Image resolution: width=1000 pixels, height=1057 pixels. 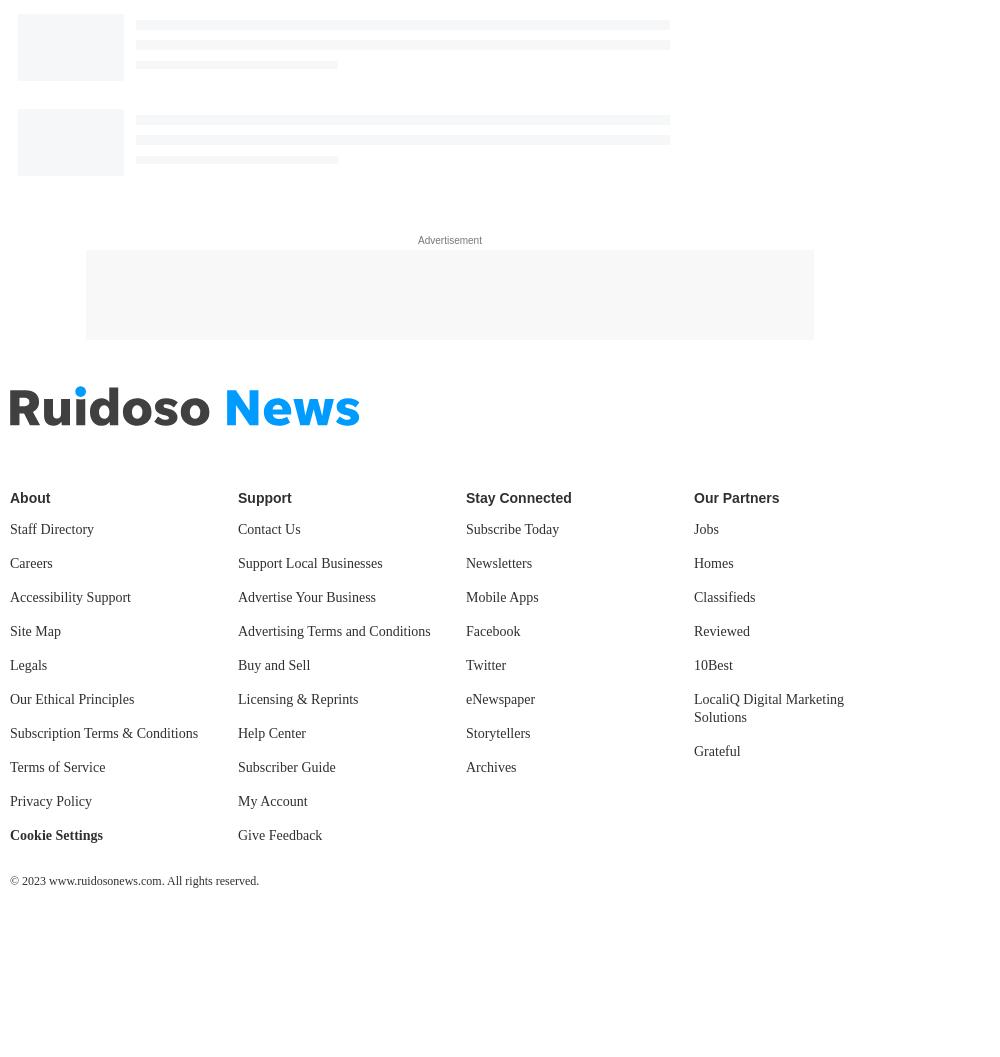 What do you see at coordinates (333, 631) in the screenshot?
I see `'Advertising Terms and Conditions'` at bounding box center [333, 631].